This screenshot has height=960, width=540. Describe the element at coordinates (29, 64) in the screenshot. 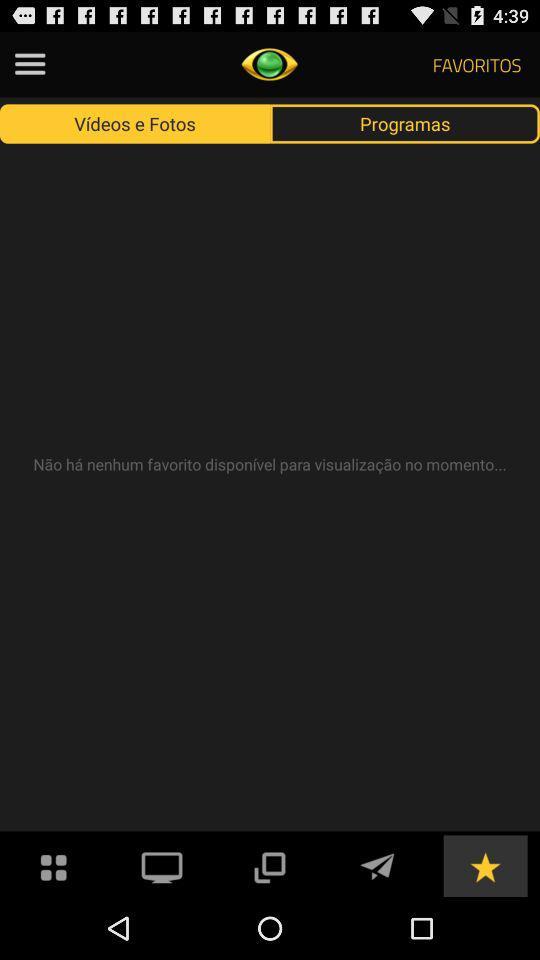

I see `this option menu button` at that location.